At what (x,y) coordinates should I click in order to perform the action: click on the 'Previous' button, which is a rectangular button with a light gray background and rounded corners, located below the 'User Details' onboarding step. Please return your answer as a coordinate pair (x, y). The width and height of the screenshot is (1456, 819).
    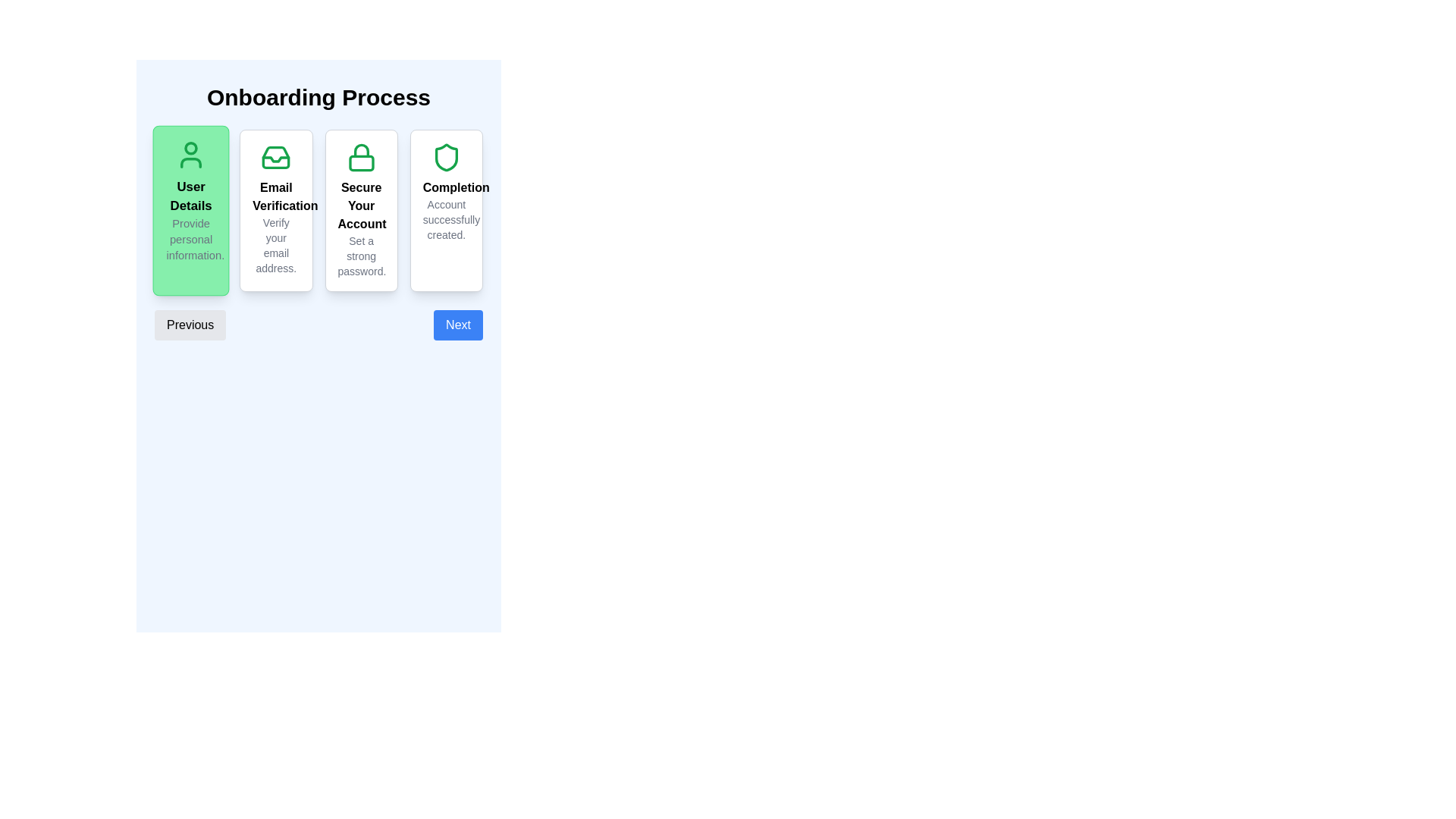
    Looking at the image, I should click on (190, 324).